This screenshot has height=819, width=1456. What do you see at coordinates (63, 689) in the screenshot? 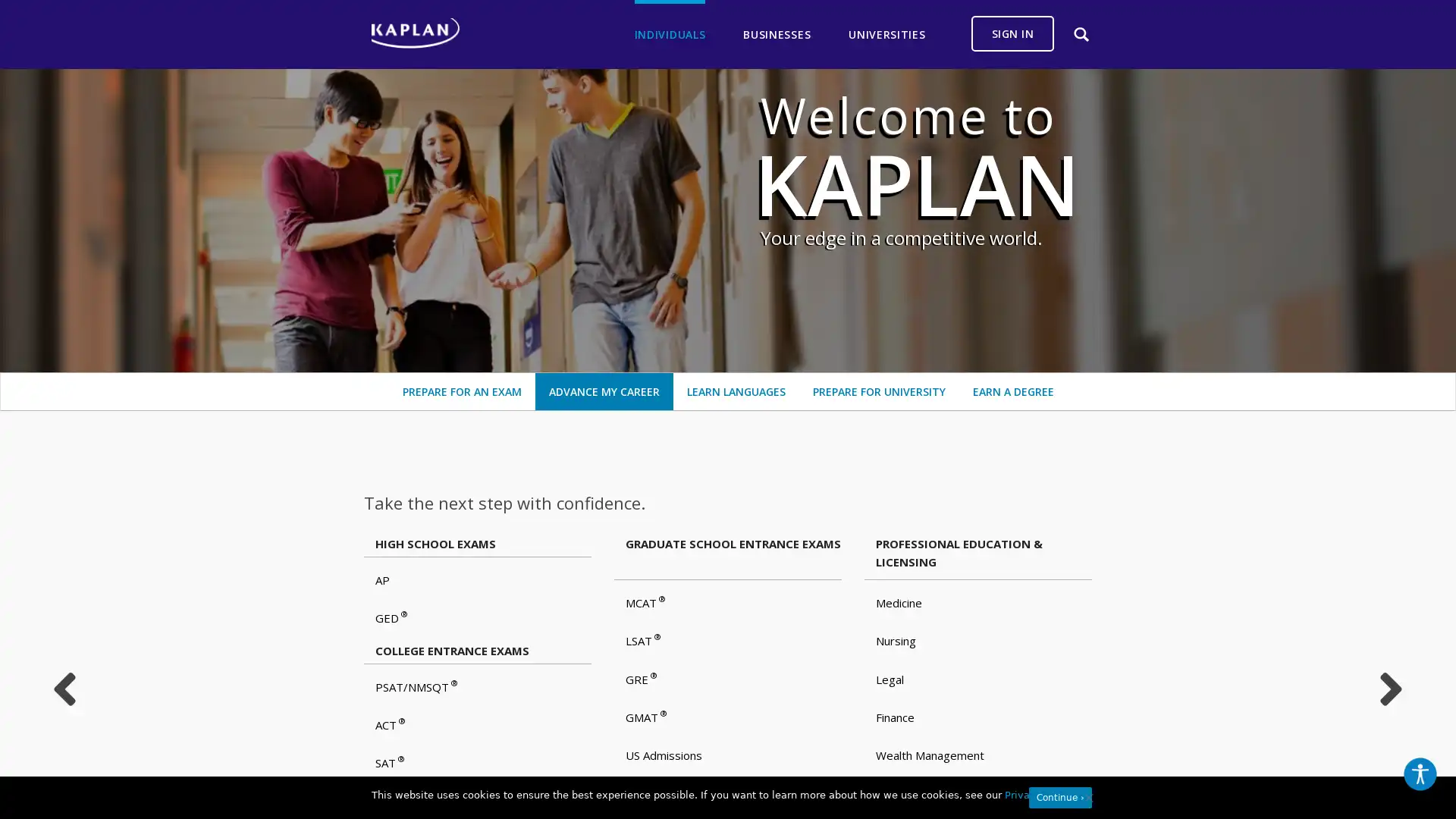
I see `Previous` at bounding box center [63, 689].